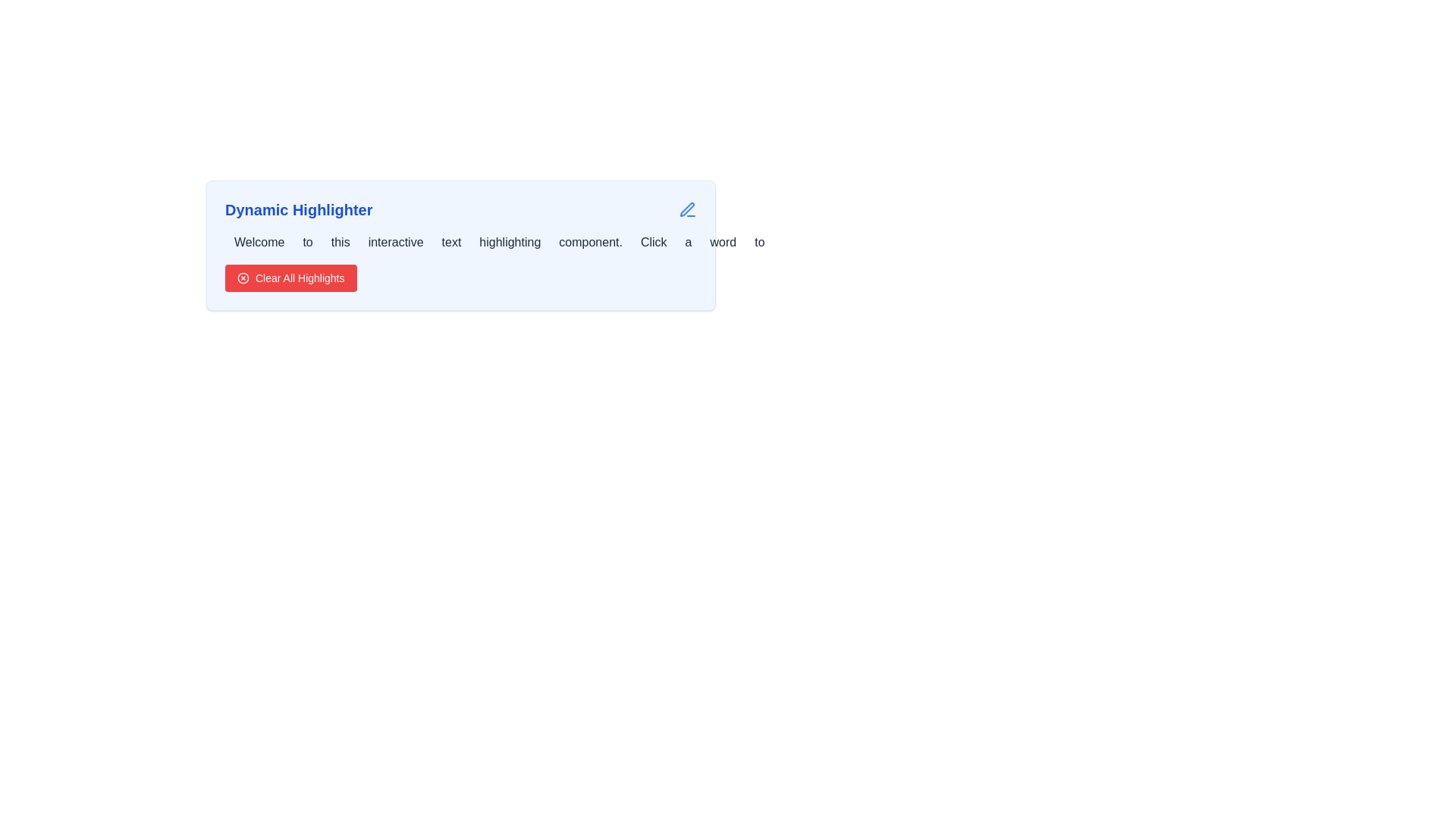 This screenshot has height=819, width=1456. What do you see at coordinates (307, 241) in the screenshot?
I see `the second word in the clickable word-based highlighting interface, which appears immediately after 'Welcome' and before 'this'` at bounding box center [307, 241].